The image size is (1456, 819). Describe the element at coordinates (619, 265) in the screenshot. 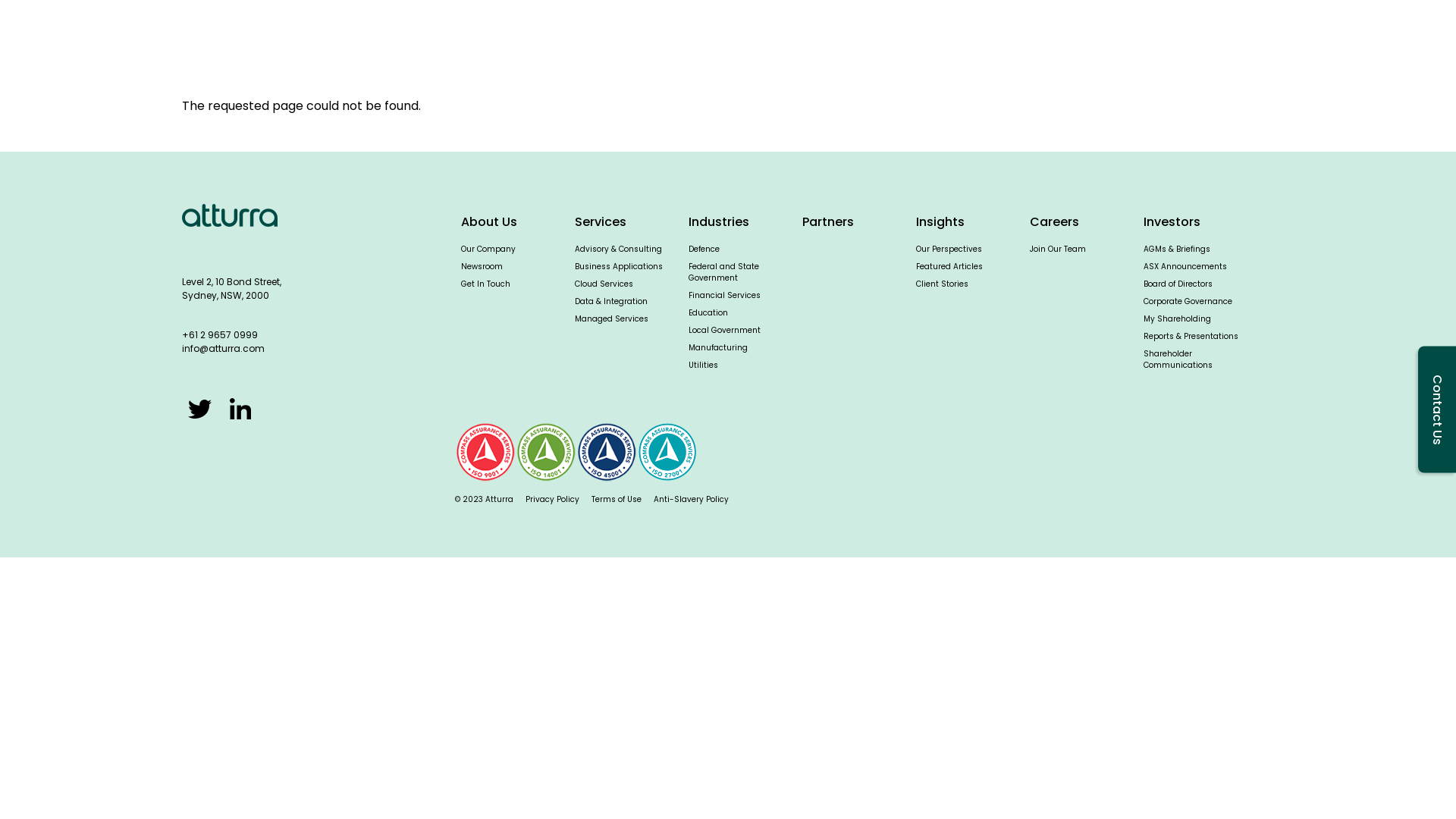

I see `'Business Applications'` at that location.